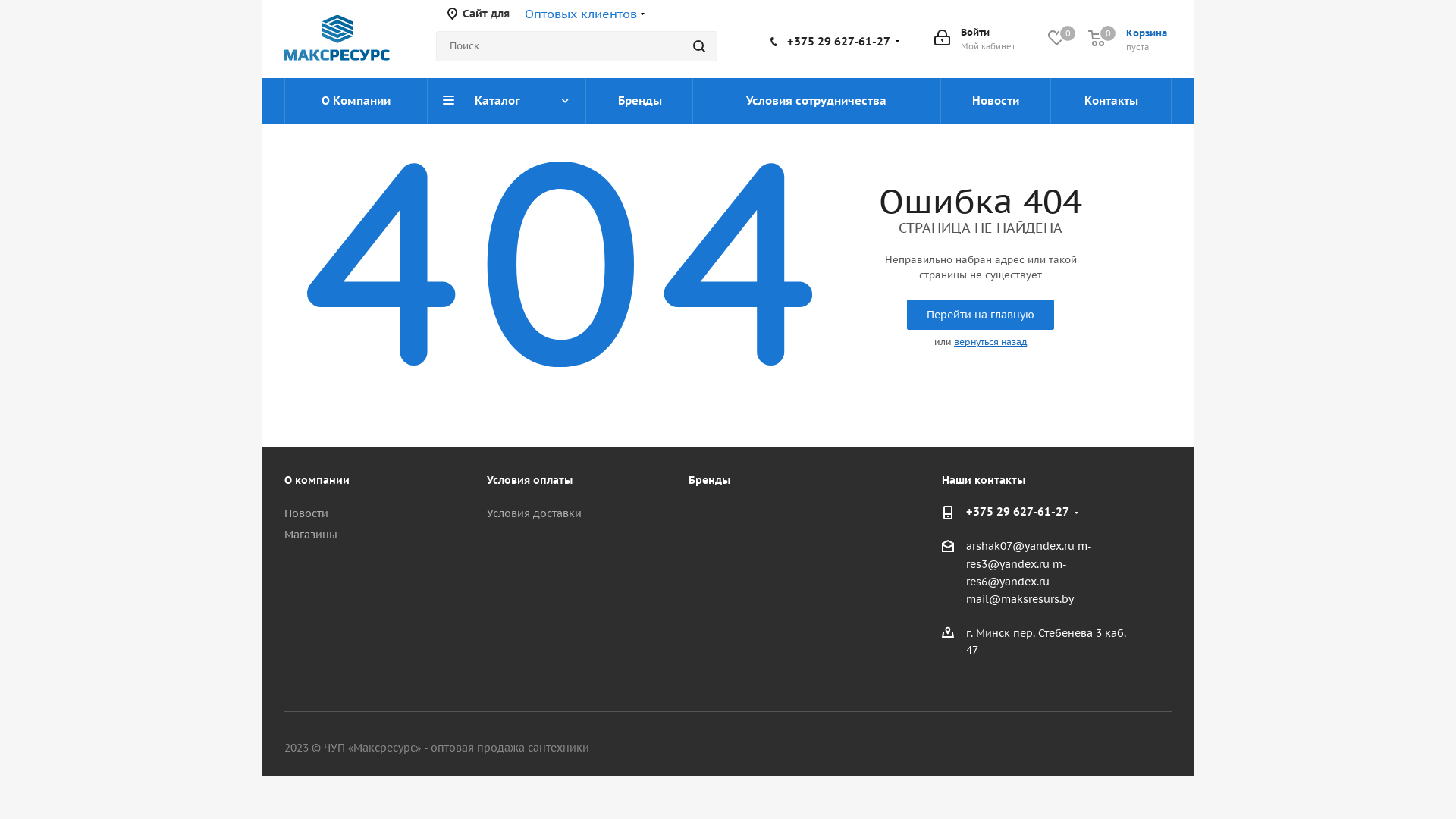 The width and height of the screenshot is (1456, 819). What do you see at coordinates (837, 39) in the screenshot?
I see `'+375 29 627-61-27'` at bounding box center [837, 39].